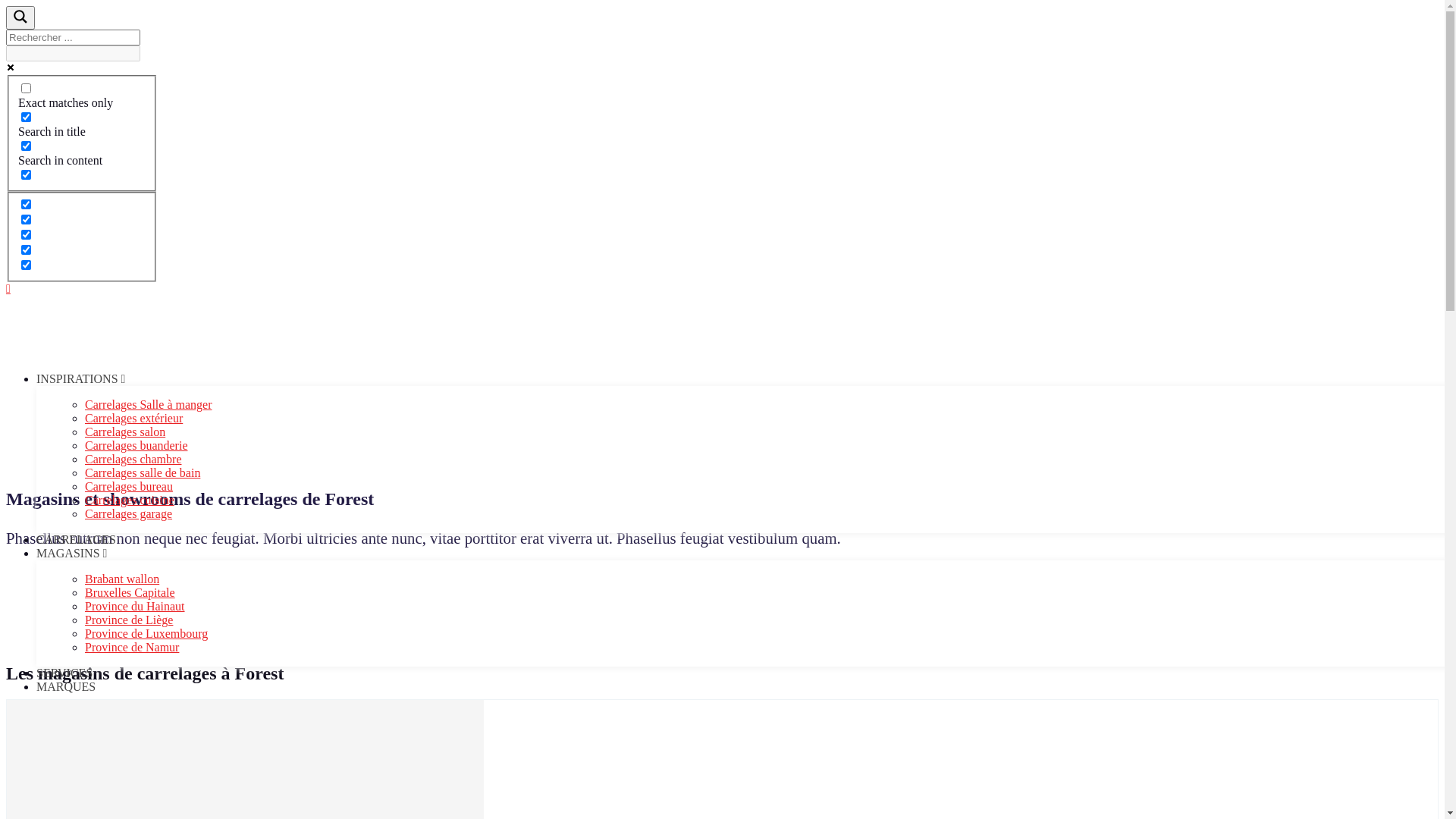 The image size is (1456, 819). What do you see at coordinates (122, 579) in the screenshot?
I see `'Brabant wallon'` at bounding box center [122, 579].